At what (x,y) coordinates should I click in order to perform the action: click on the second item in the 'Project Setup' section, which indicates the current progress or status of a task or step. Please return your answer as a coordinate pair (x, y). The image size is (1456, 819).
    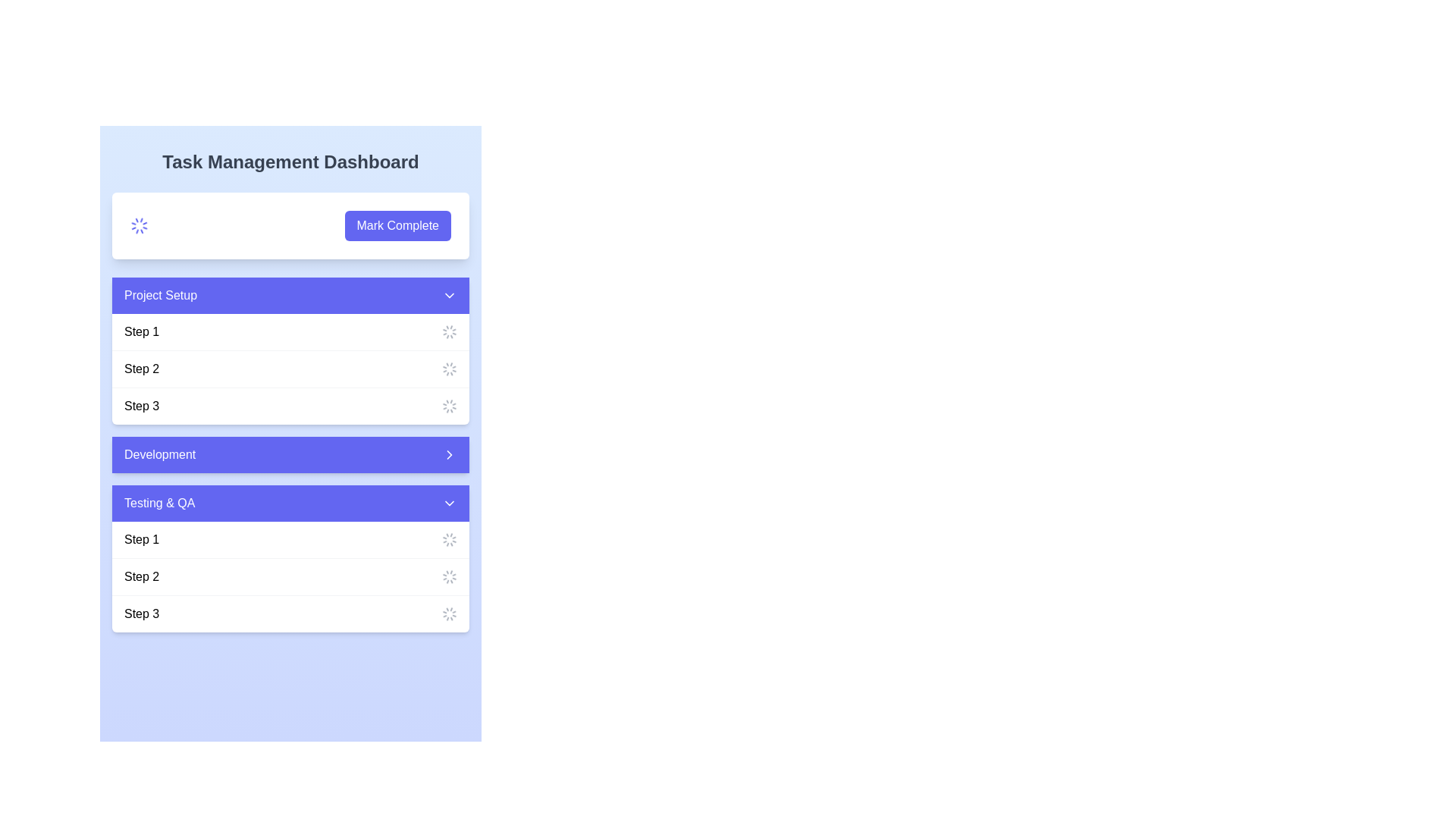
    Looking at the image, I should click on (290, 369).